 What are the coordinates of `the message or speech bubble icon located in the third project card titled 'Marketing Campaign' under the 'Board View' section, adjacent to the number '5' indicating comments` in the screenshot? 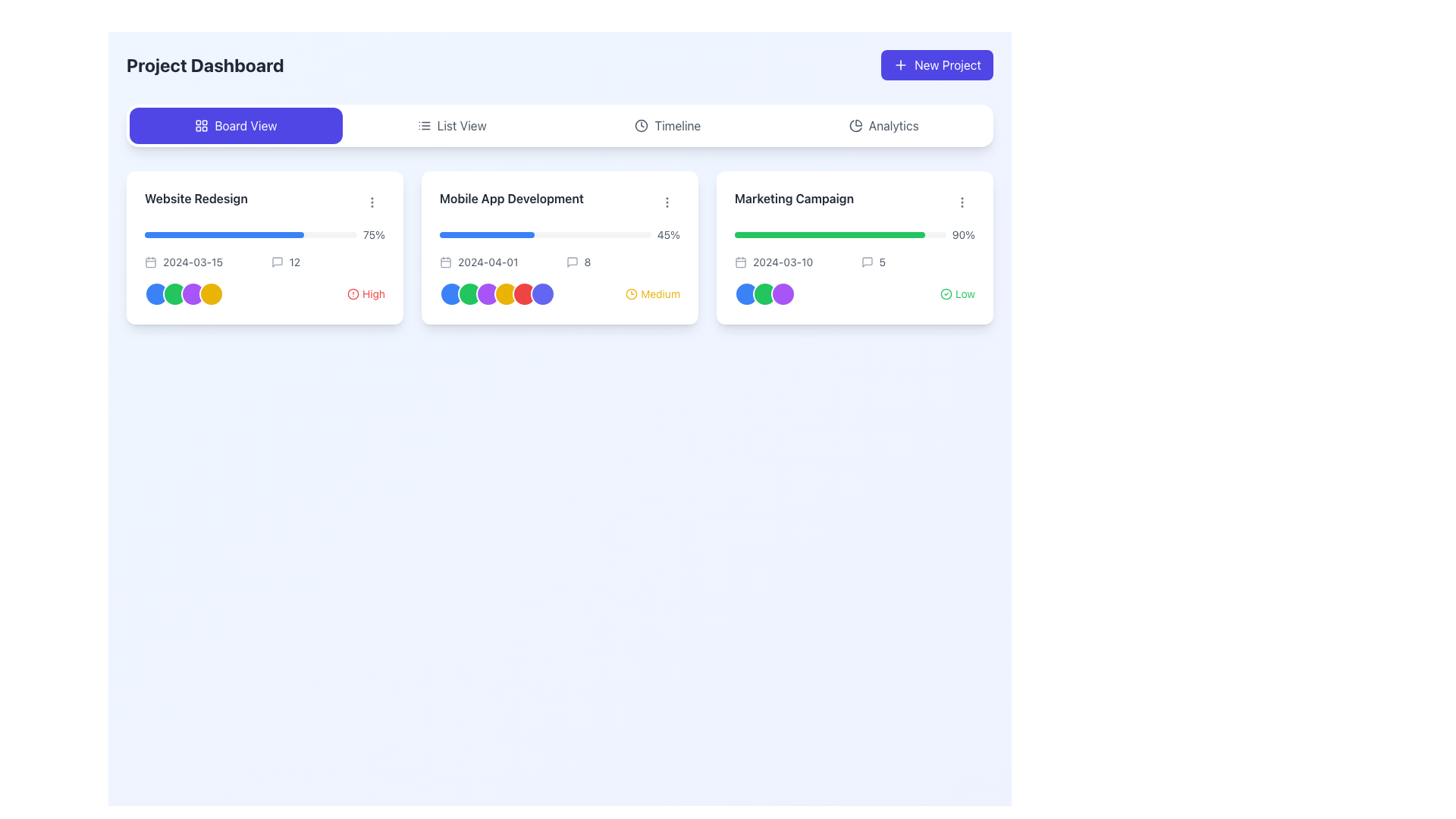 It's located at (867, 262).